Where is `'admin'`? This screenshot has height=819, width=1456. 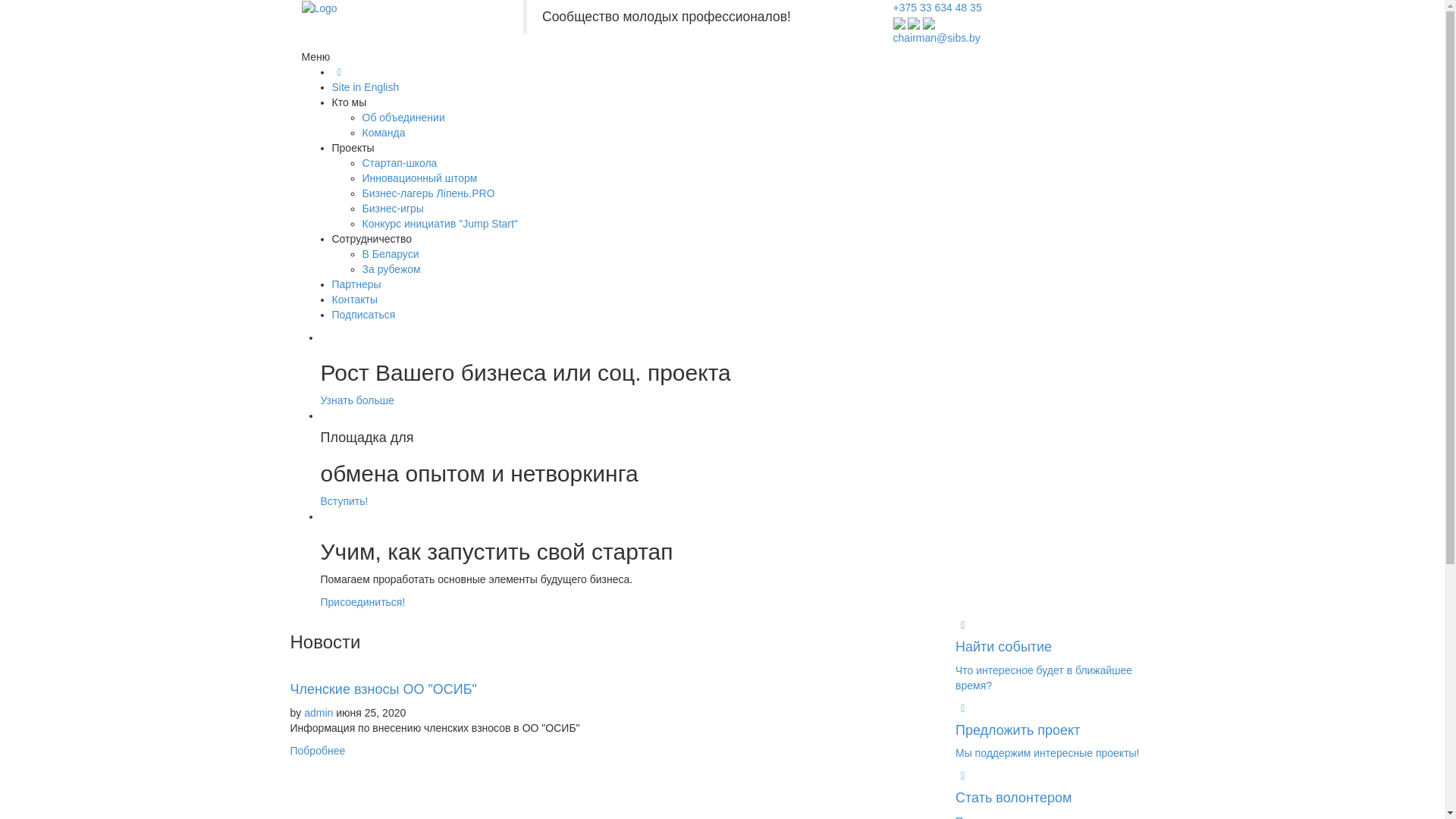
'admin' is located at coordinates (318, 713).